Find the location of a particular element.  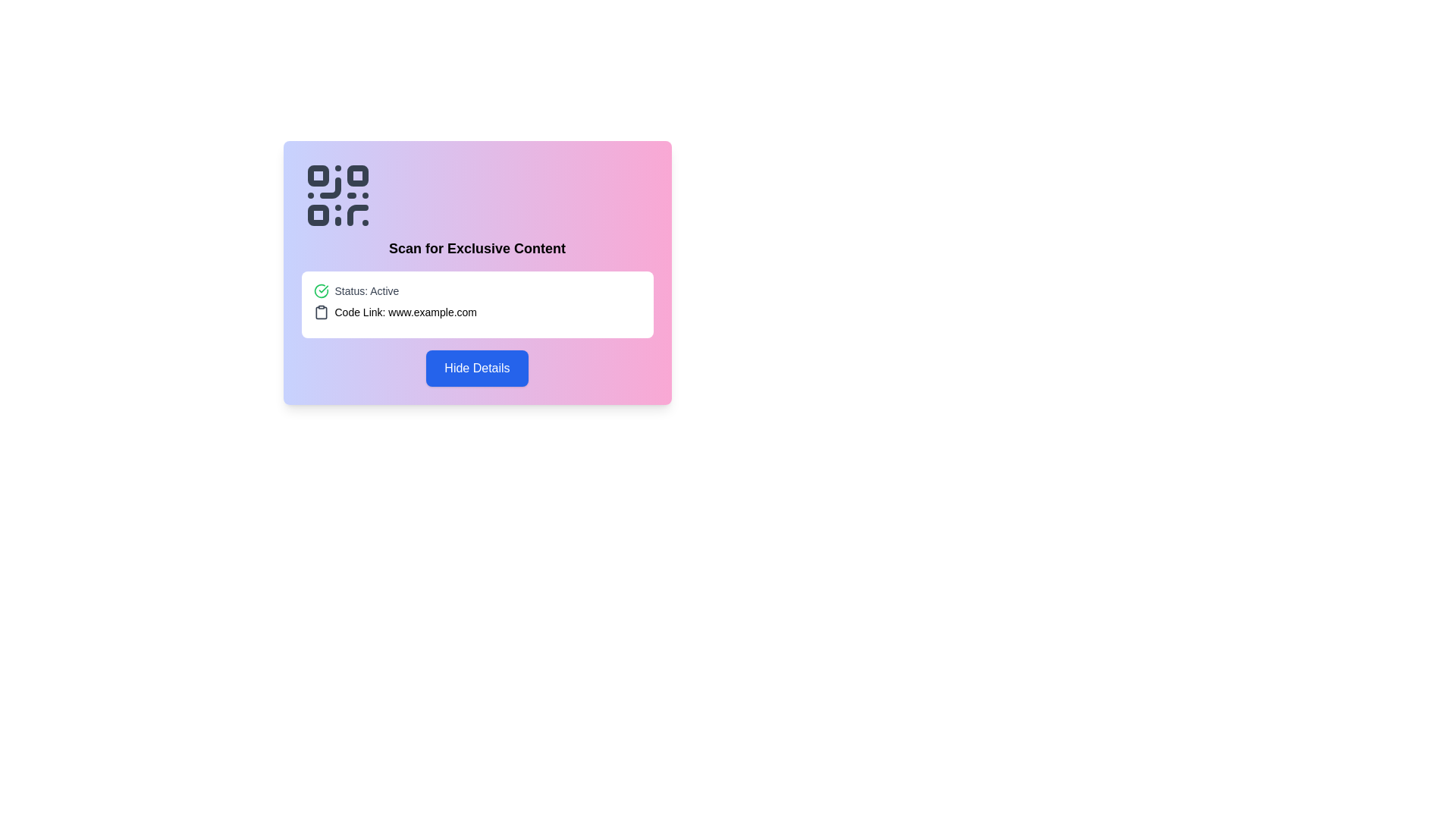

the SVG rectangle shape located at the bottom-left square of the QR code layout is located at coordinates (317, 215).